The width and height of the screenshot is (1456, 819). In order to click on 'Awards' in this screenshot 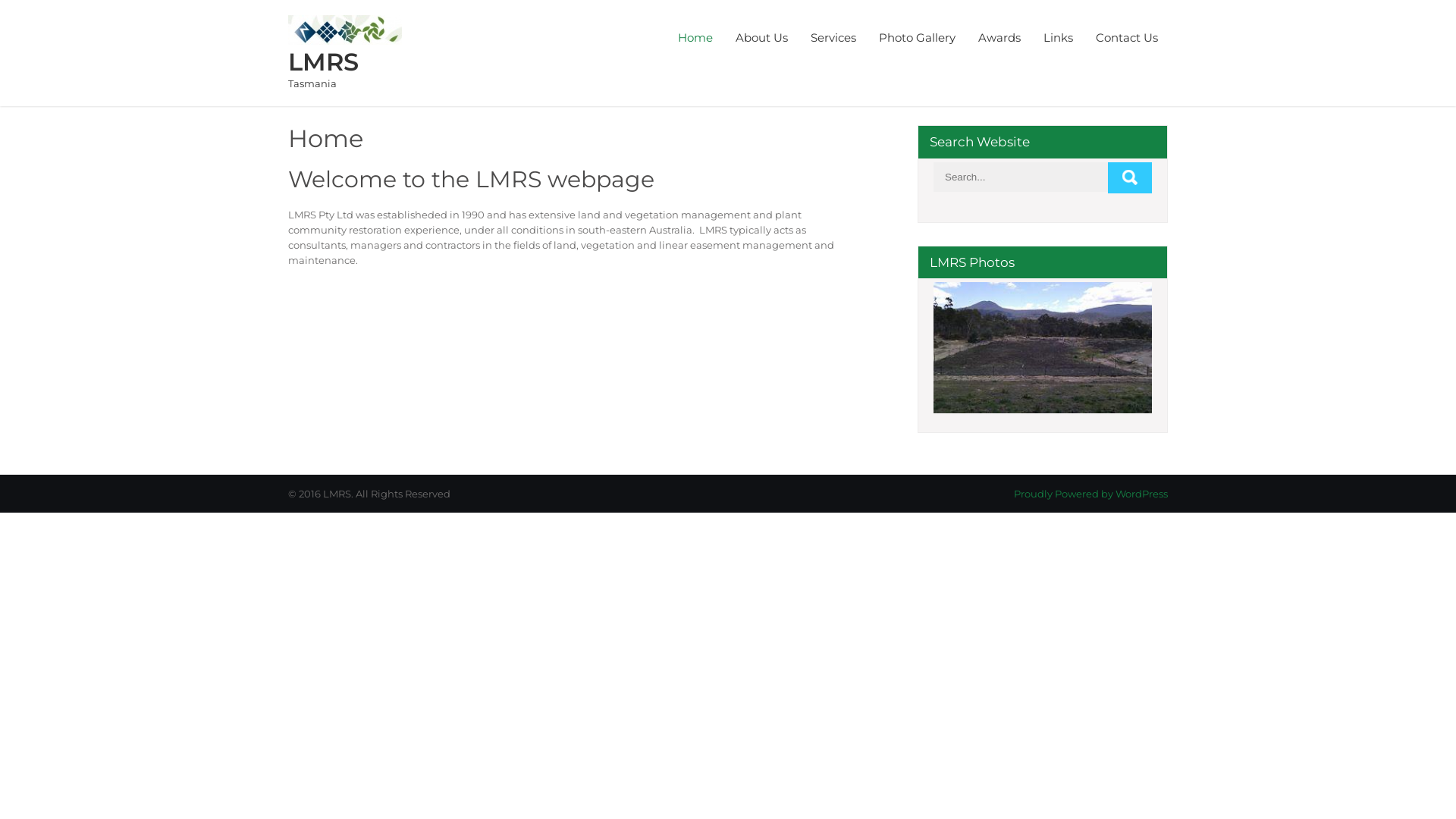, I will do `click(999, 37)`.